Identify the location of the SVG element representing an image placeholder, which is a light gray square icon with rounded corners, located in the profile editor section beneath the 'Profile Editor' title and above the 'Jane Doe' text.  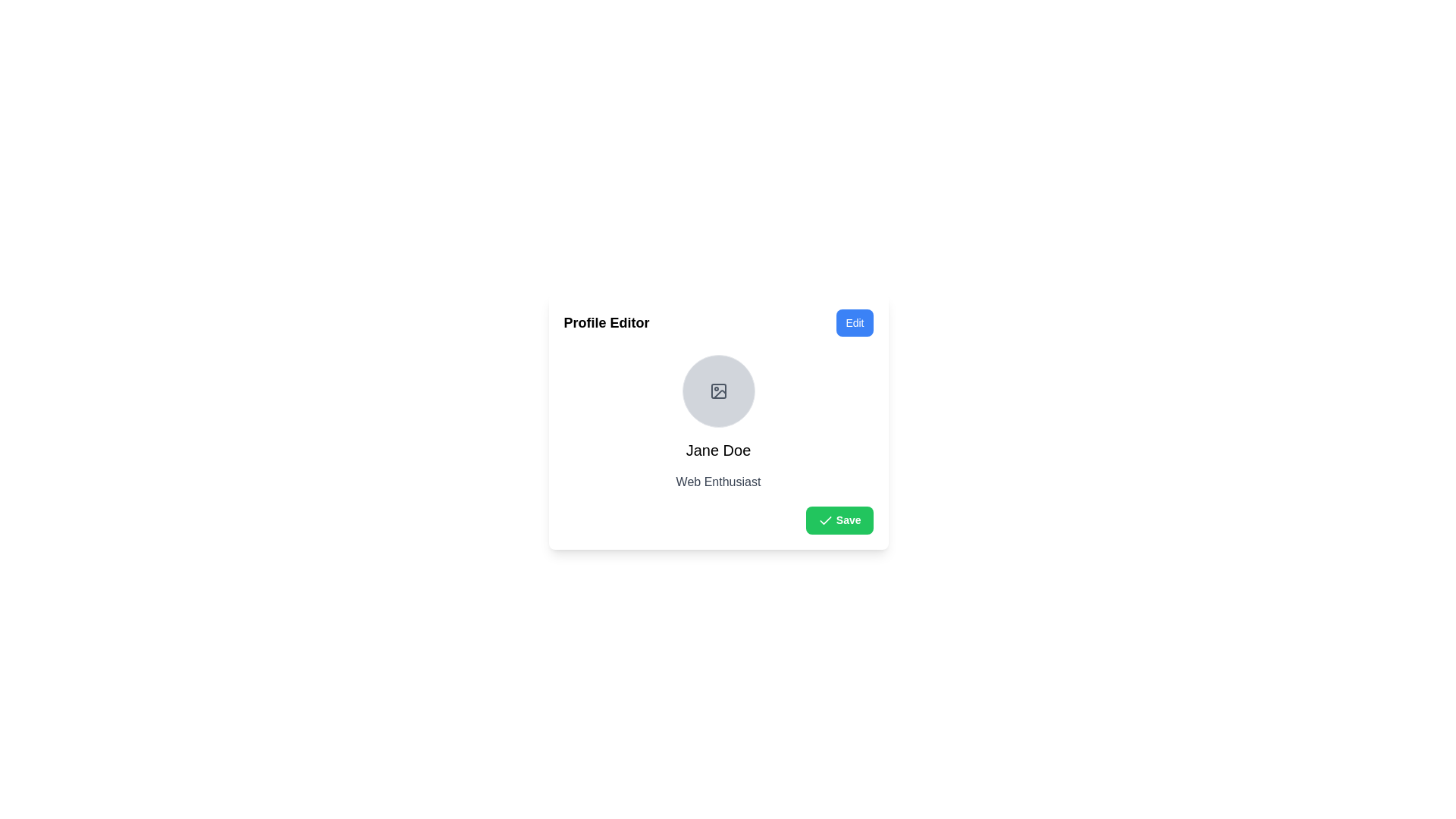
(717, 391).